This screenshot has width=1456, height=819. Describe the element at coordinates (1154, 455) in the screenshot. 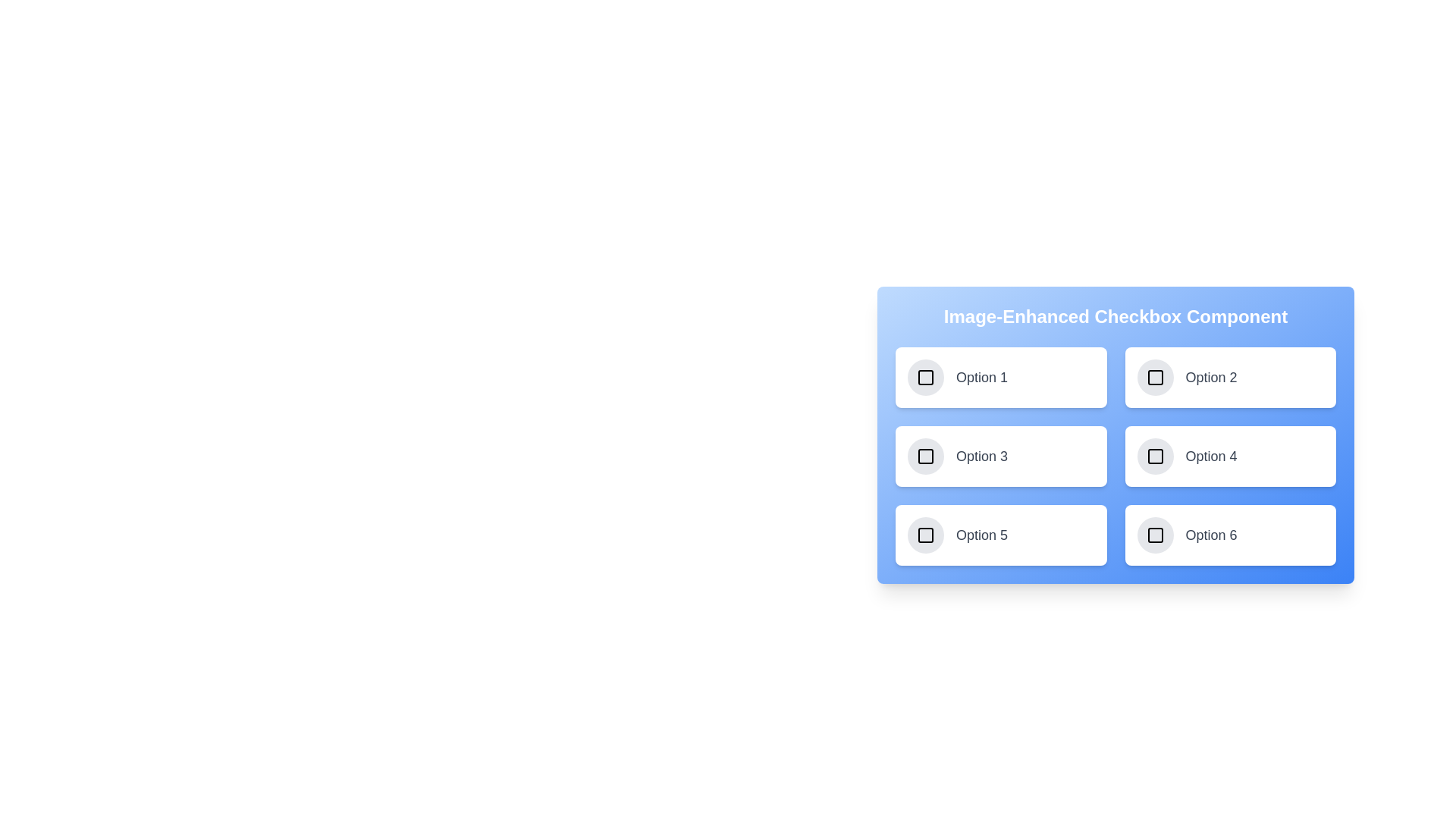

I see `the checkbox corresponding to 4` at that location.